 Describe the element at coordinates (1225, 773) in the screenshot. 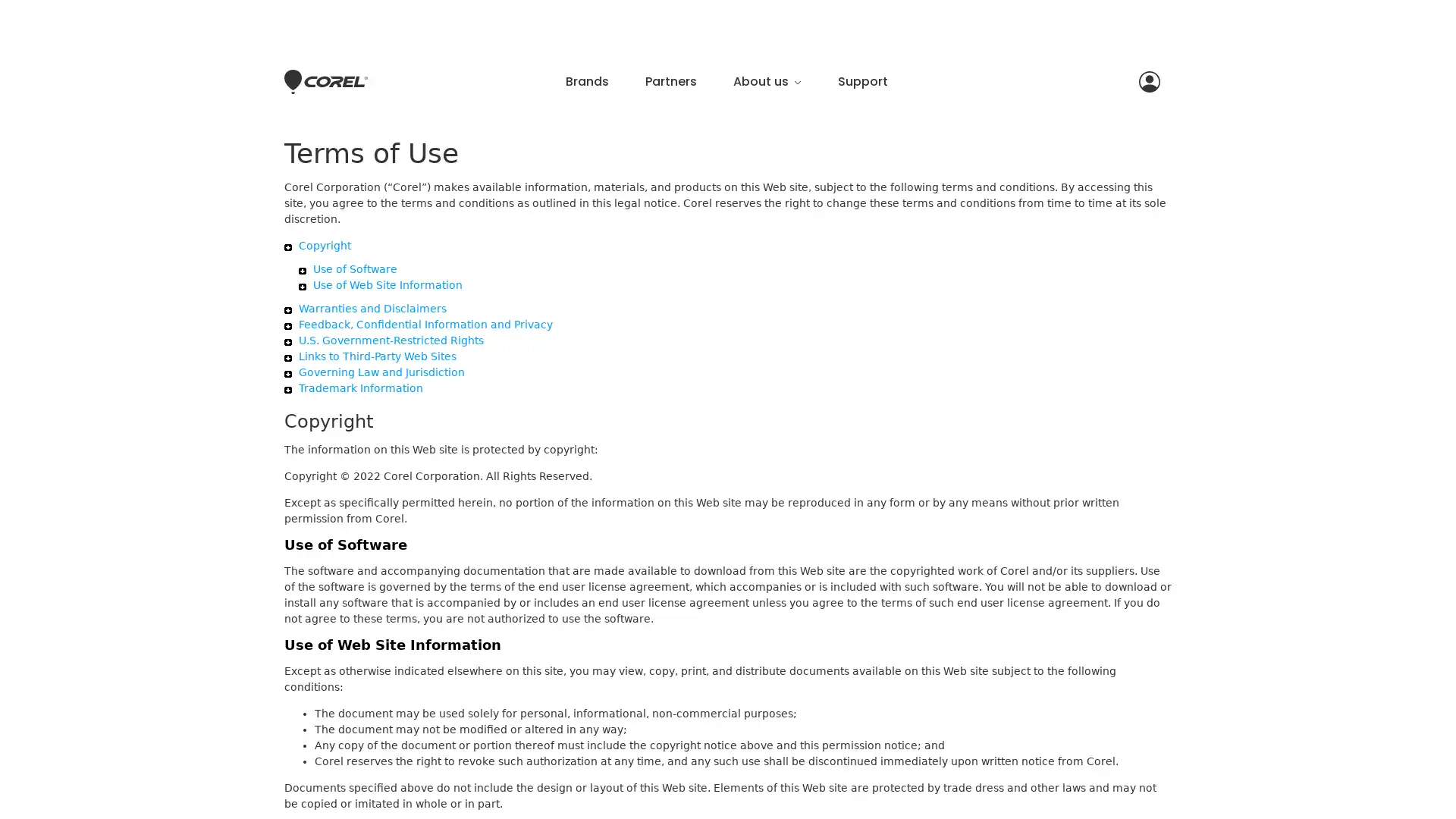

I see `Accept Cookies` at that location.